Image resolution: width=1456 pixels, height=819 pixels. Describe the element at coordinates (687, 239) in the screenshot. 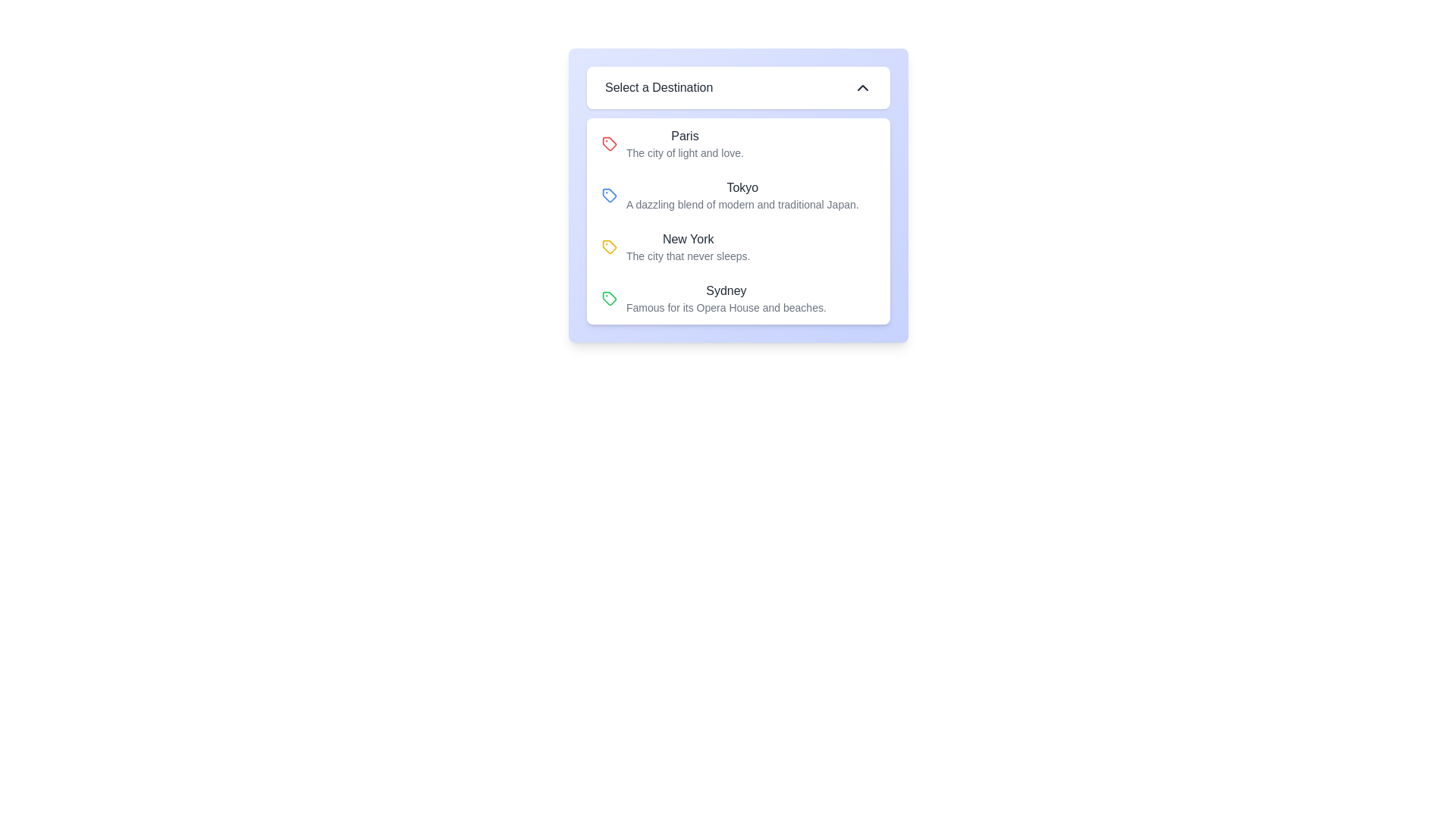

I see `the title text 'New York' located in the dropdown option for 'Select a Destination'` at that location.